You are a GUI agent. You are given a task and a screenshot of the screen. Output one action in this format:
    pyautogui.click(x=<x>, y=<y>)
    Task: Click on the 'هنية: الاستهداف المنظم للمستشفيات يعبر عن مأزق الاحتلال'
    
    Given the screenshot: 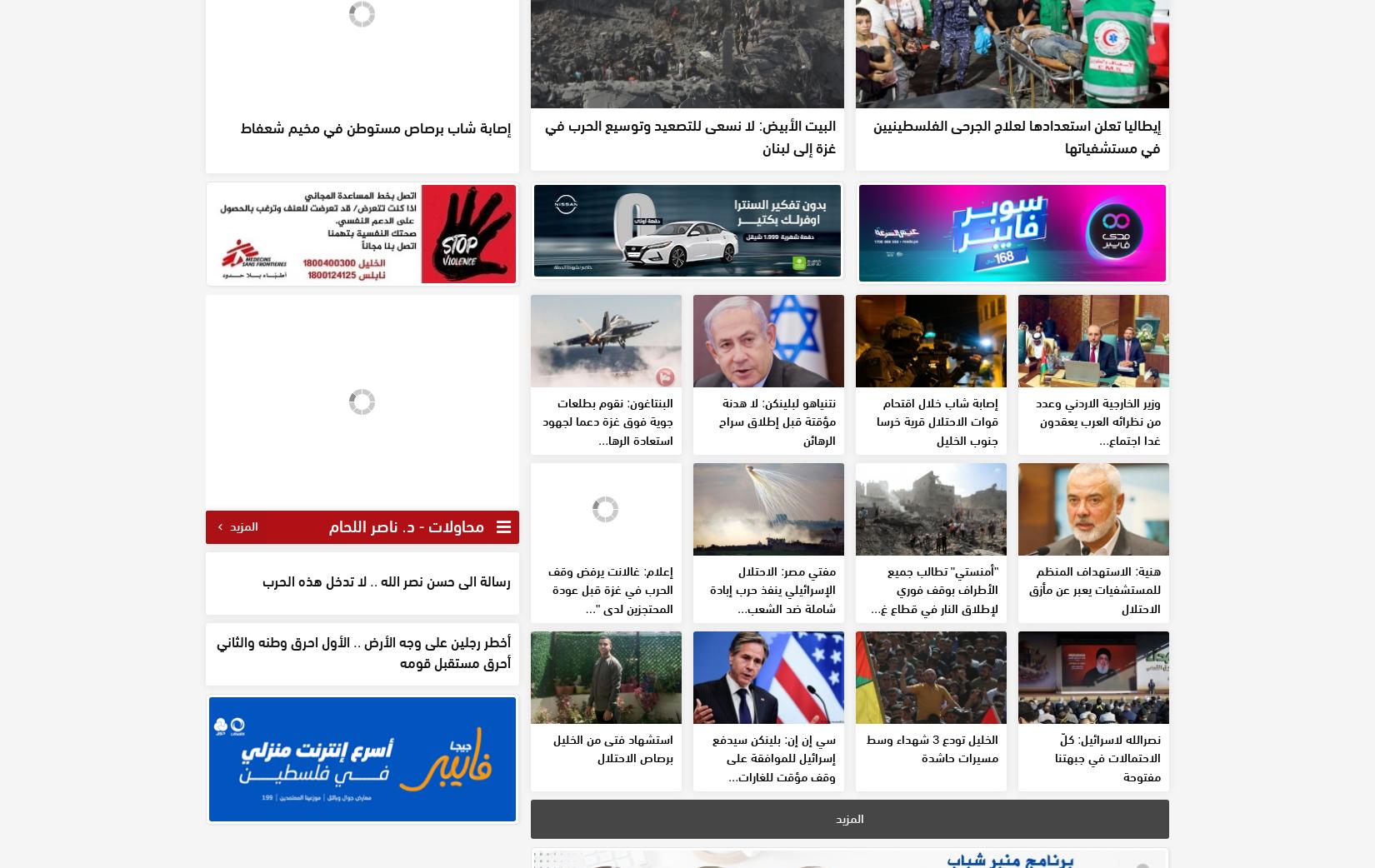 What is the action you would take?
    pyautogui.click(x=1094, y=709)
    